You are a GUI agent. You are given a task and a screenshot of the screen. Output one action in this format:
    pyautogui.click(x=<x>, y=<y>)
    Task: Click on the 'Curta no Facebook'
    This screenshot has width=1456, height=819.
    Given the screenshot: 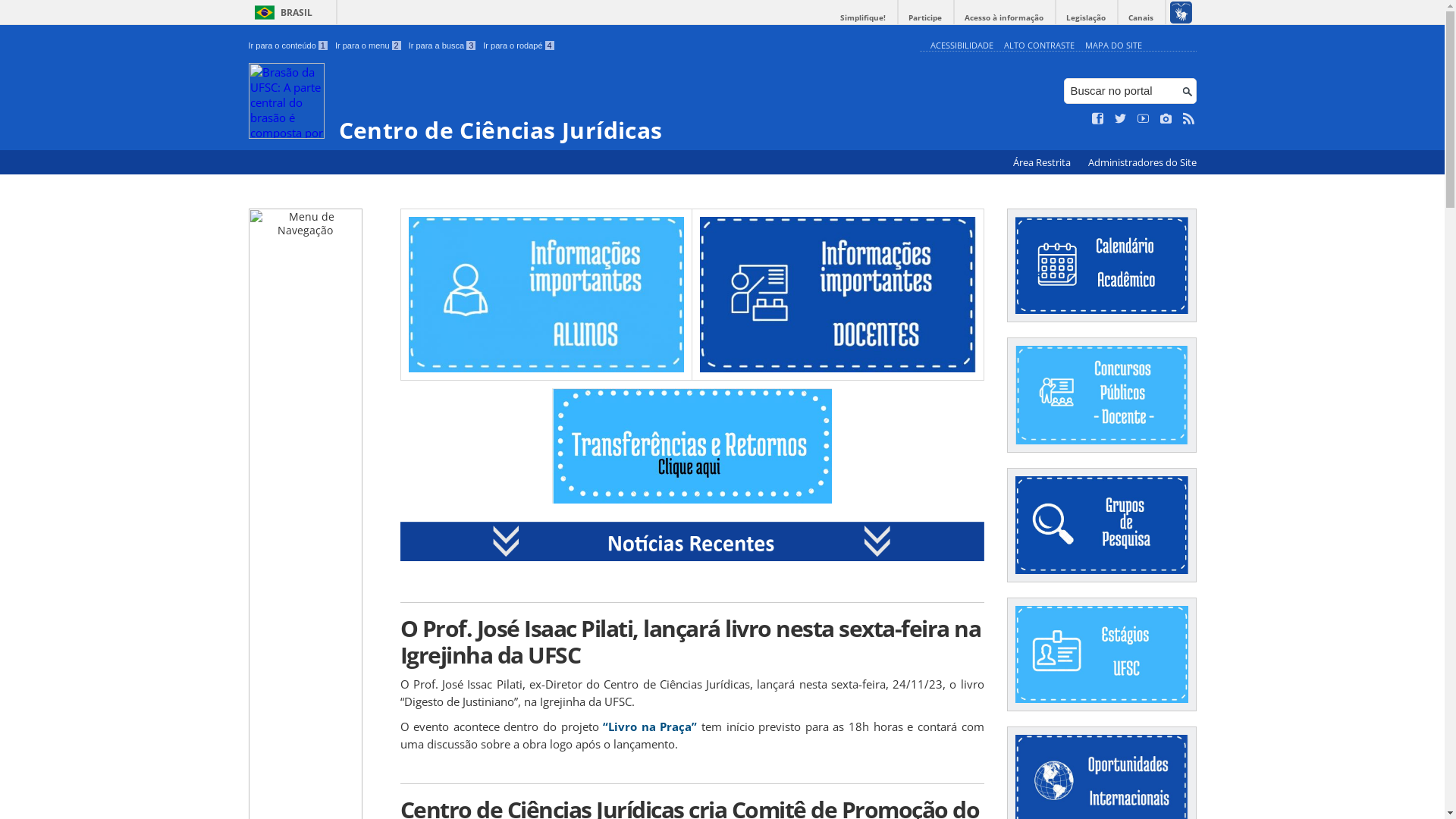 What is the action you would take?
    pyautogui.click(x=1098, y=118)
    